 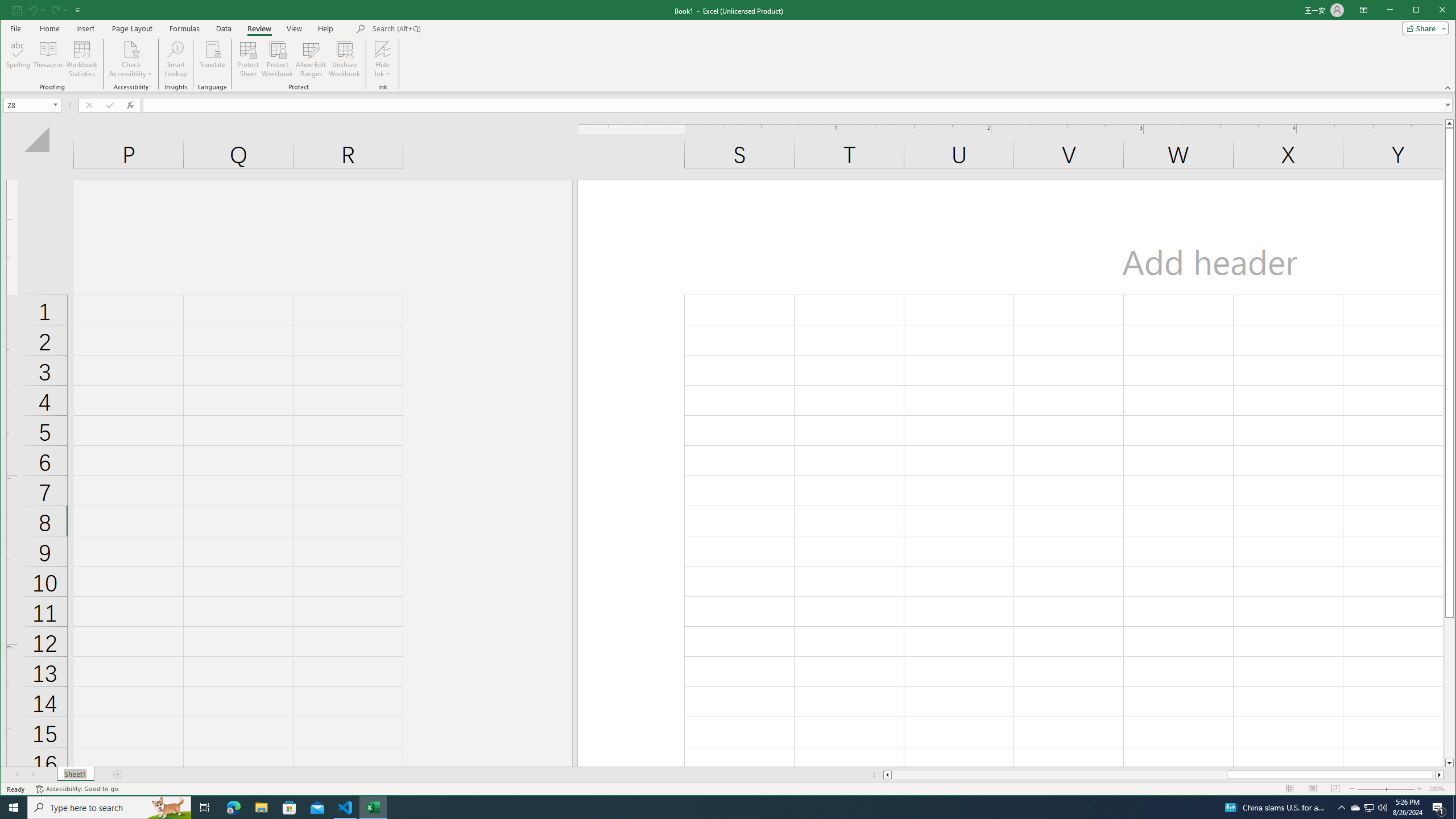 What do you see at coordinates (260, 806) in the screenshot?
I see `'File Explorer'` at bounding box center [260, 806].